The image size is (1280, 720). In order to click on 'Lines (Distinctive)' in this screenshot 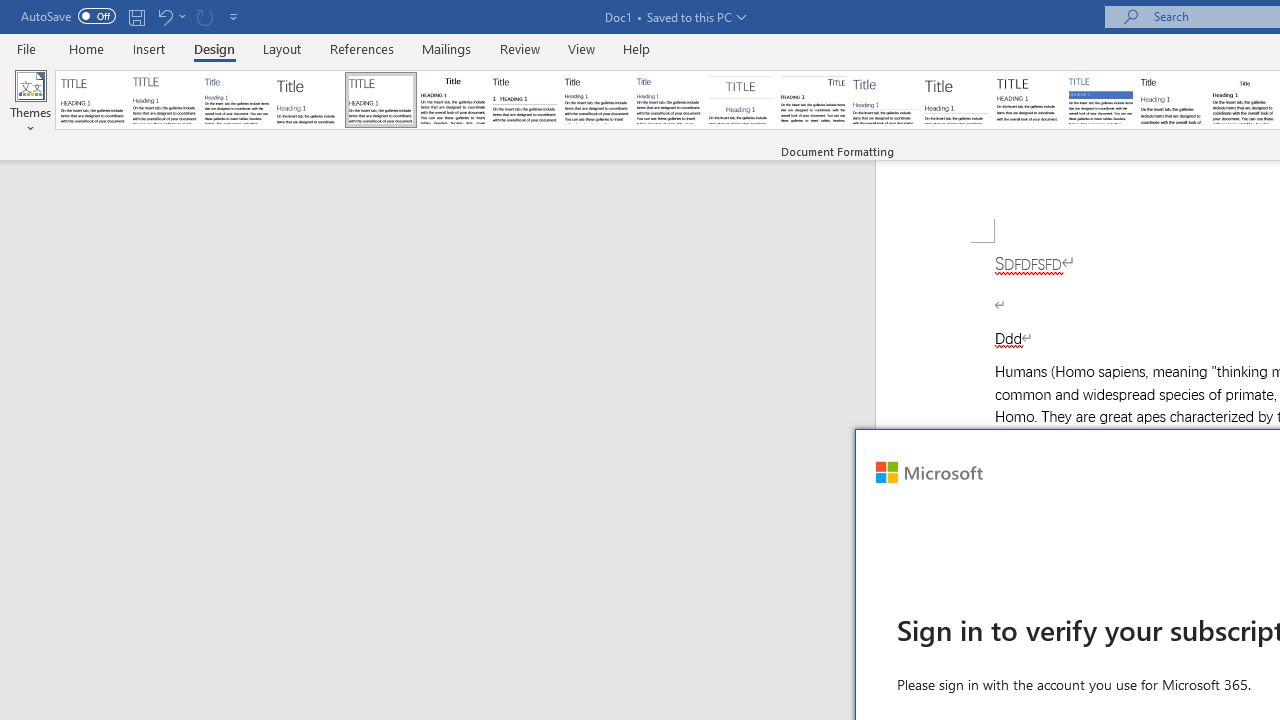, I will do `click(812, 100)`.